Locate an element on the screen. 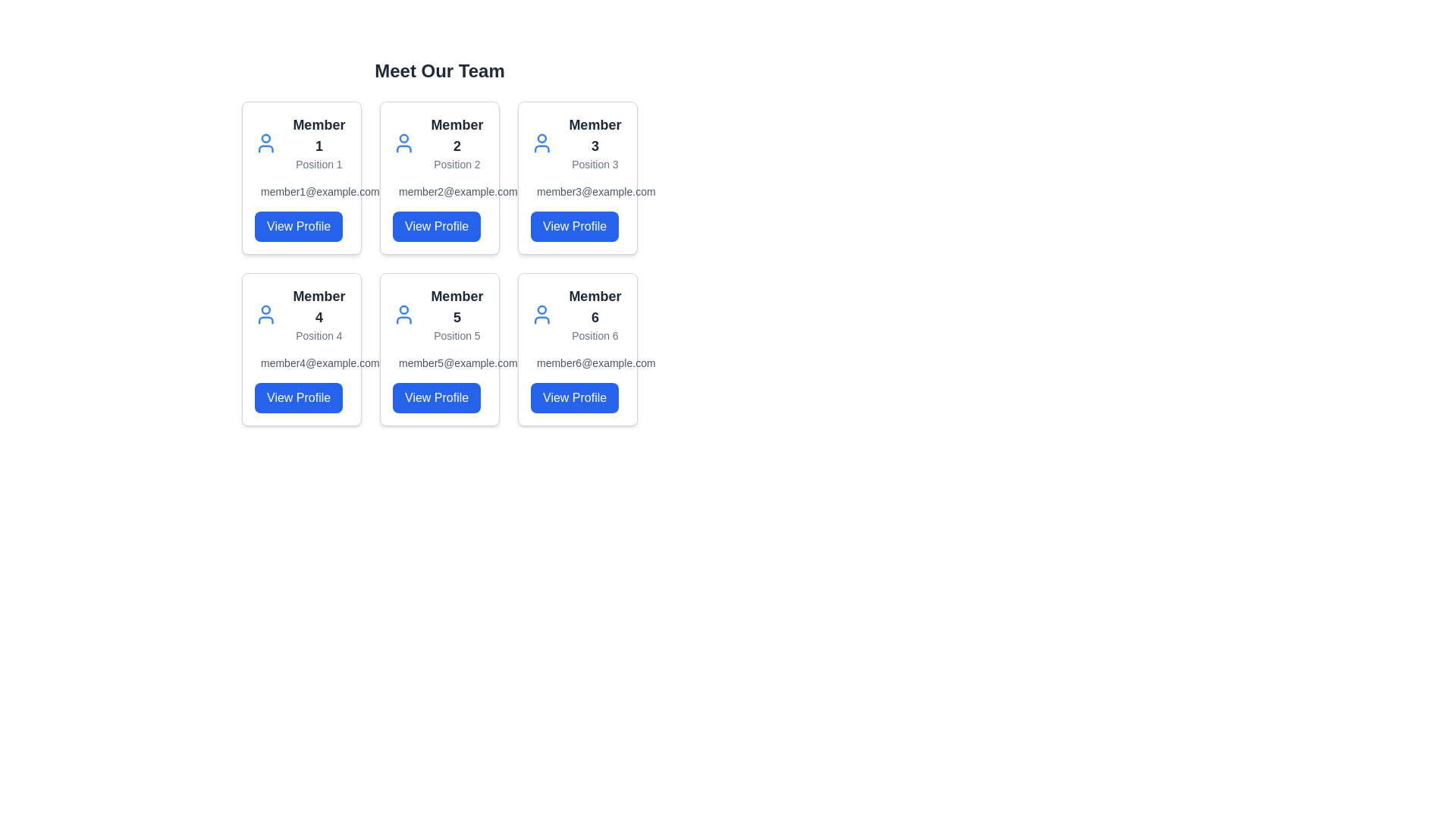  the Text Label that provides the name and title of a team member, located in the third card of the top row under the 'Meet Our Team' heading is located at coordinates (594, 143).